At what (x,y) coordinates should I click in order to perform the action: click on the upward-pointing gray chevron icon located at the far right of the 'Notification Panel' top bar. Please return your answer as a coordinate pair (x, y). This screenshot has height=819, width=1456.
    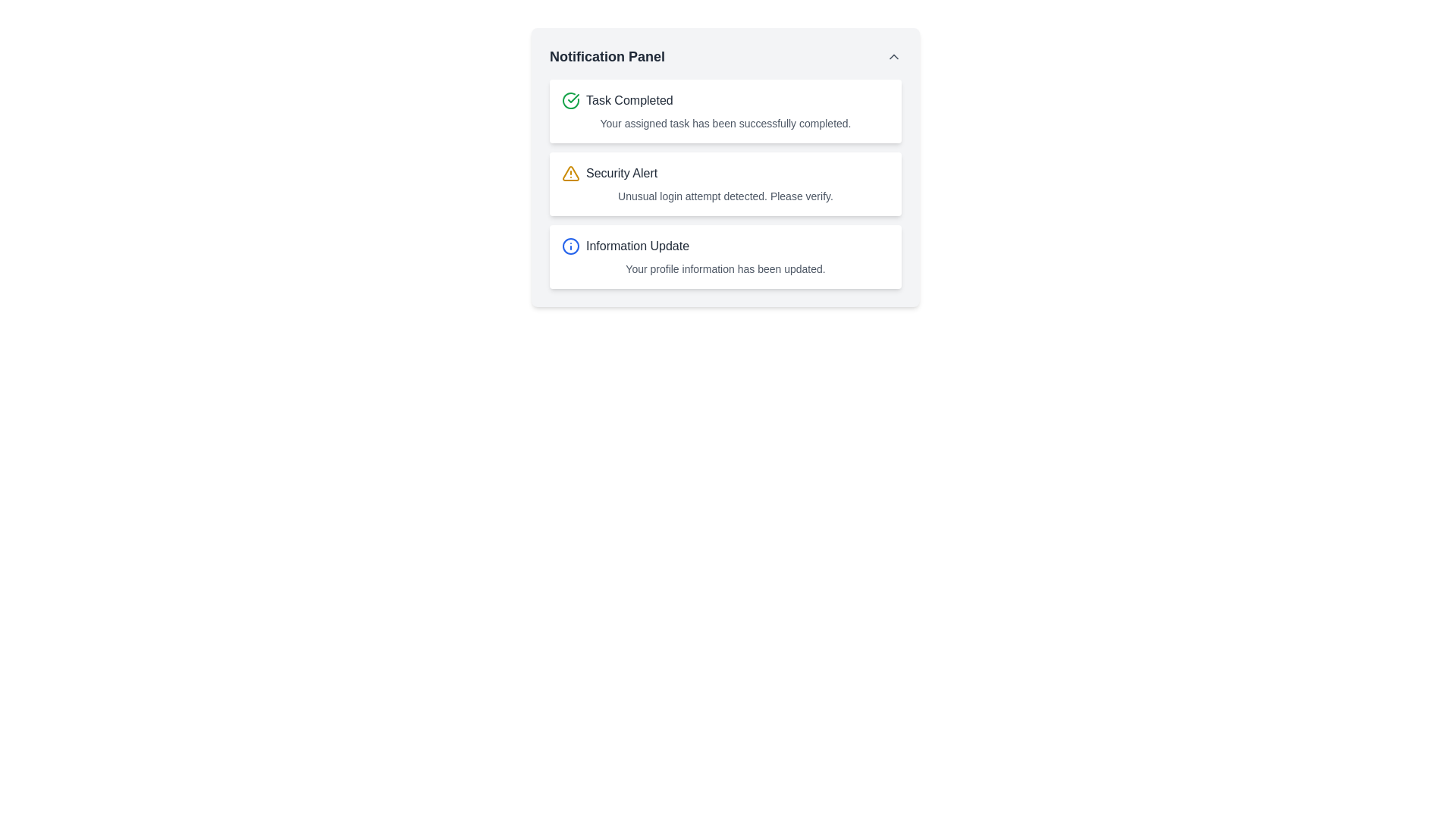
    Looking at the image, I should click on (894, 55).